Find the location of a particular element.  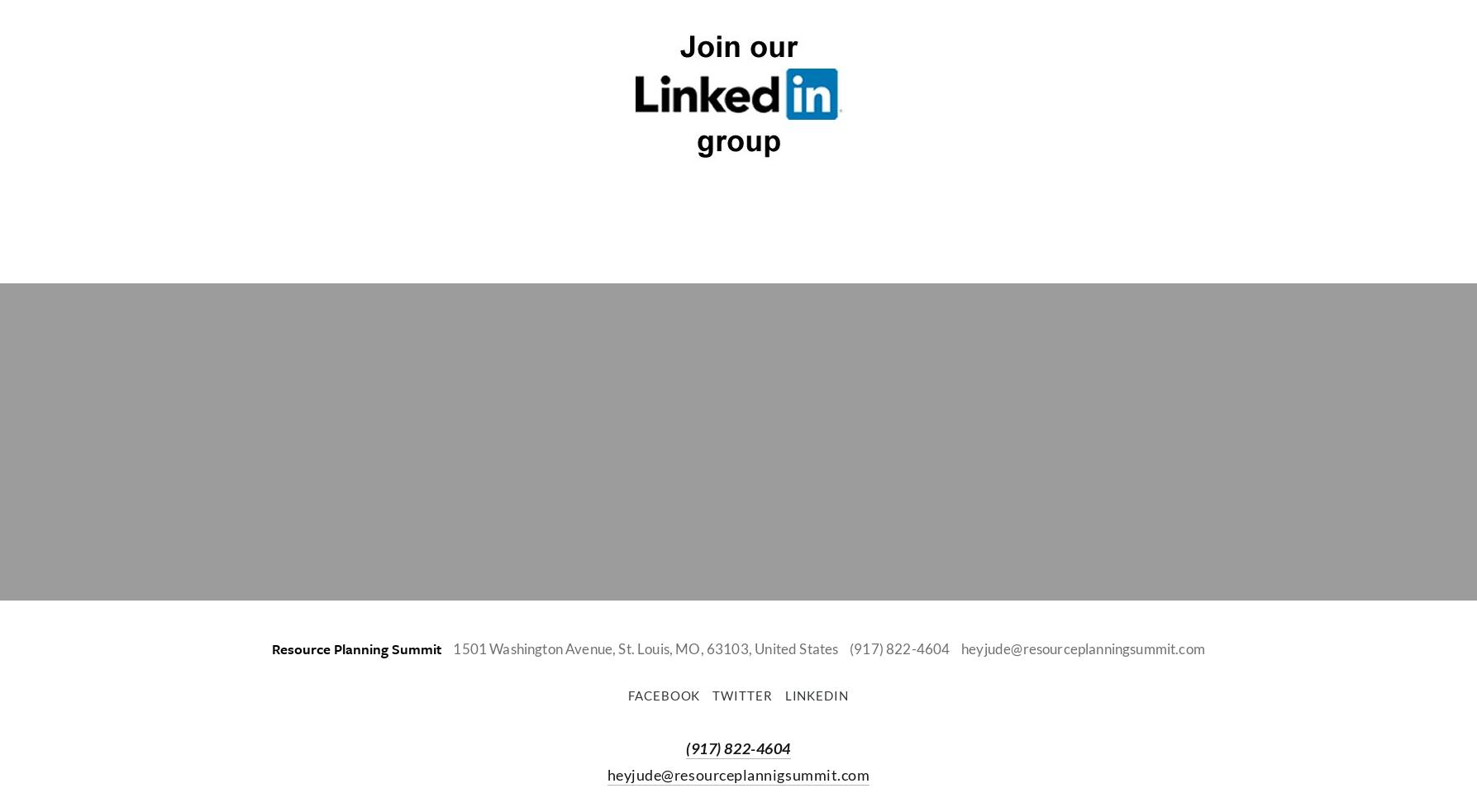

'Twitter' is located at coordinates (741, 696).